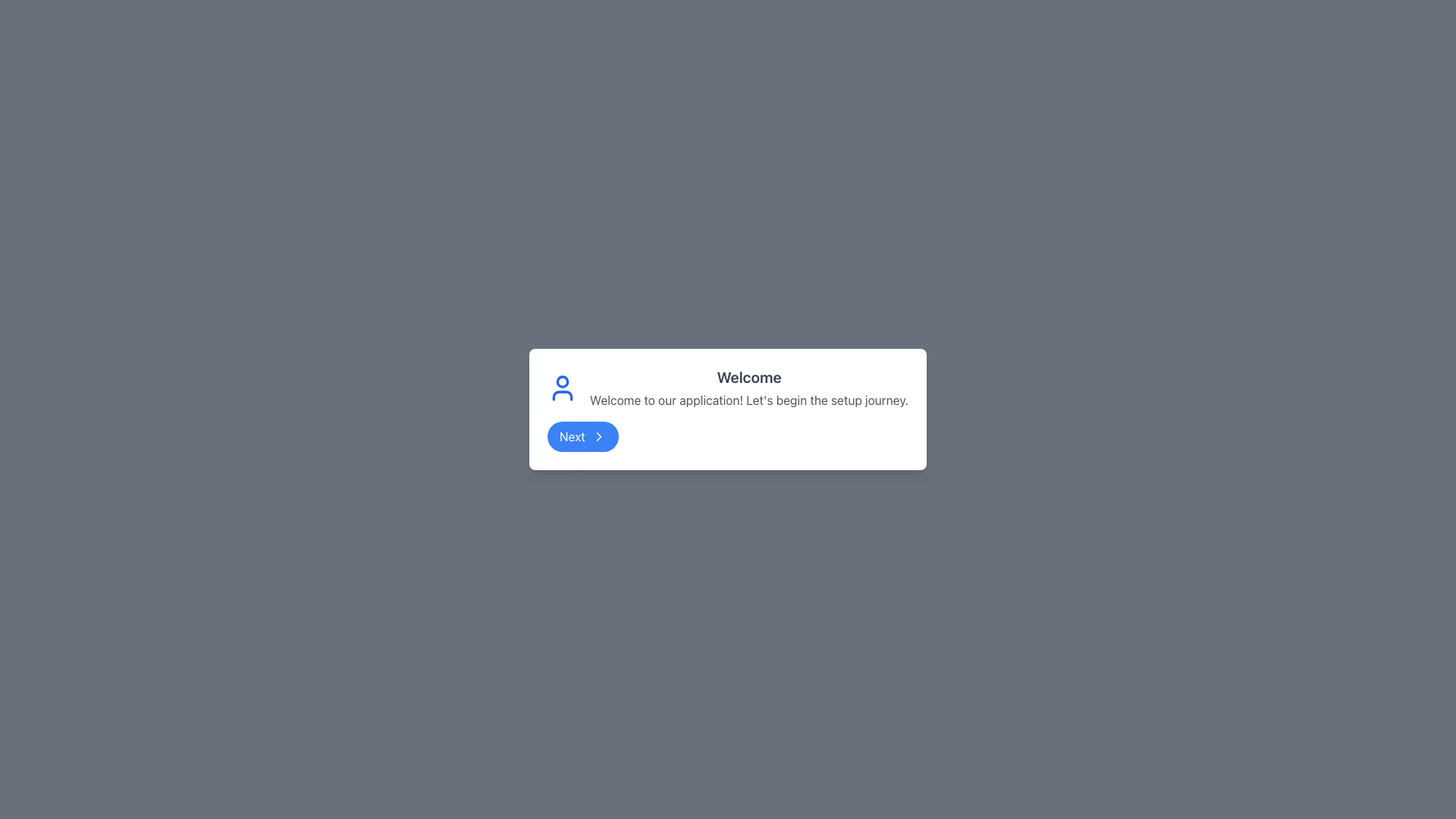 This screenshot has height=819, width=1456. I want to click on the right-pointing chevron icon located next to the 'Next' text on a blue button for navigation indication, so click(598, 436).